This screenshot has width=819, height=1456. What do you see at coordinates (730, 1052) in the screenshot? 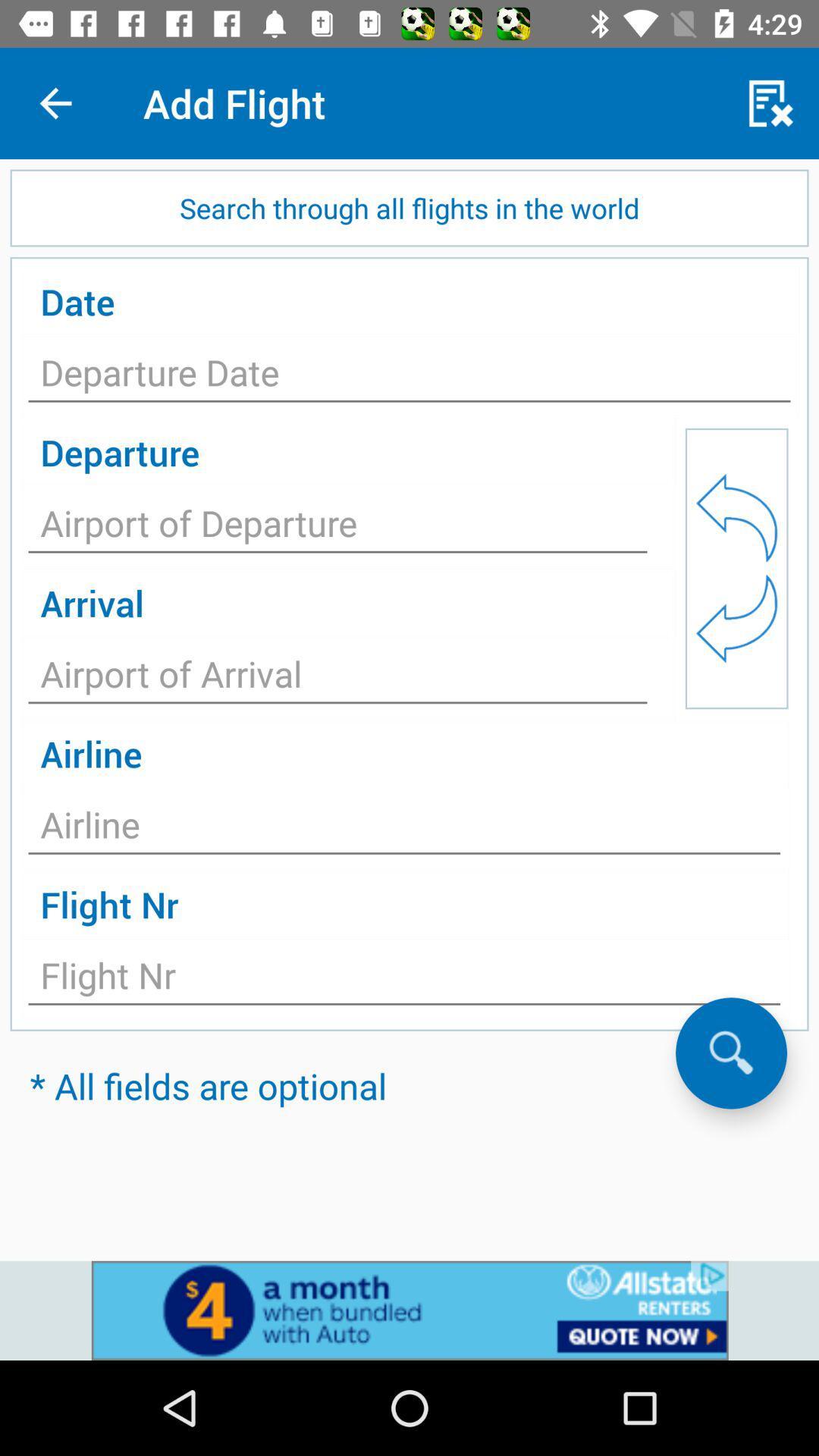
I see `search` at bounding box center [730, 1052].